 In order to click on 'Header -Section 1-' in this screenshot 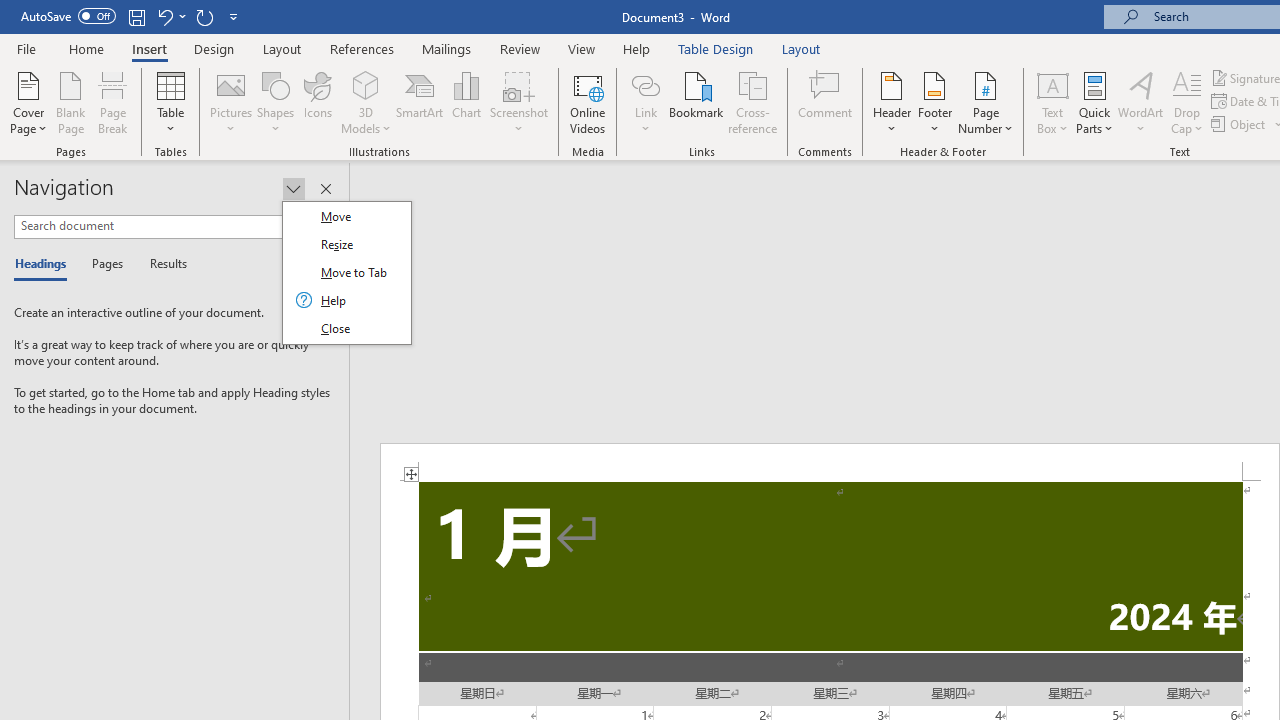, I will do `click(830, 462)`.